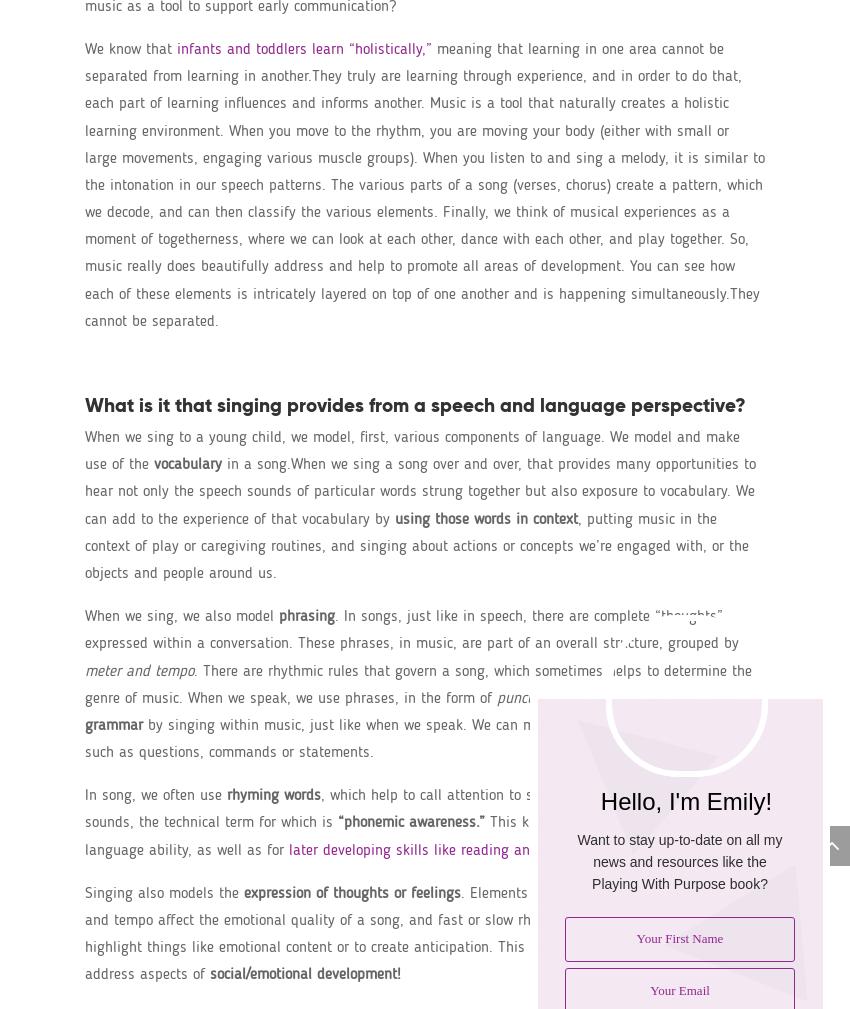 This screenshot has height=1009, width=850. What do you see at coordinates (417, 545) in the screenshot?
I see `', putting music in the context of play or caregiving routines, and singing about actions or concepts we’re engaged with, or the objects and people around us.'` at bounding box center [417, 545].